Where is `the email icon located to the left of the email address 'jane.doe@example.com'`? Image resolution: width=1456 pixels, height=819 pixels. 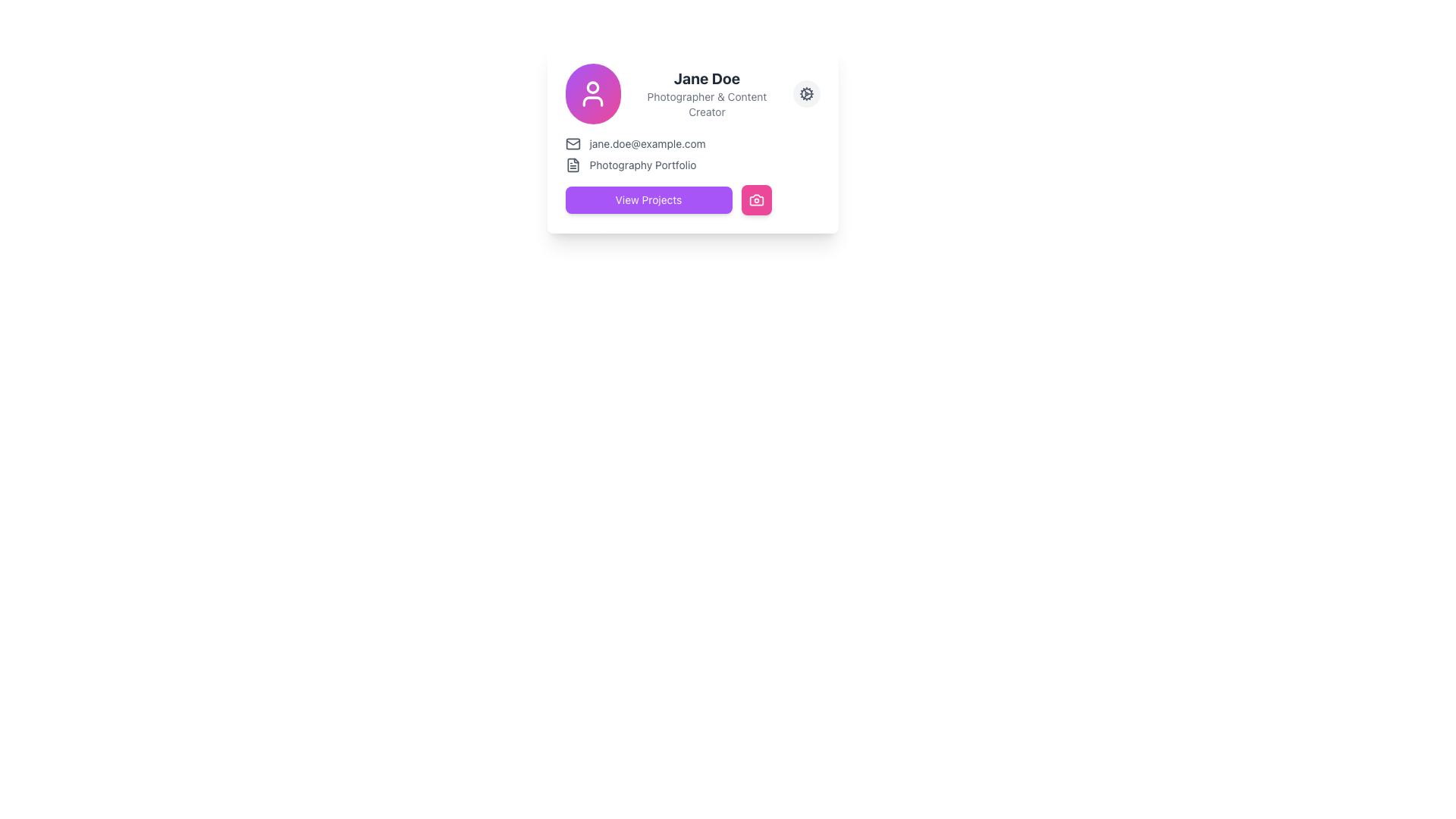
the email icon located to the left of the email address 'jane.doe@example.com' is located at coordinates (572, 143).